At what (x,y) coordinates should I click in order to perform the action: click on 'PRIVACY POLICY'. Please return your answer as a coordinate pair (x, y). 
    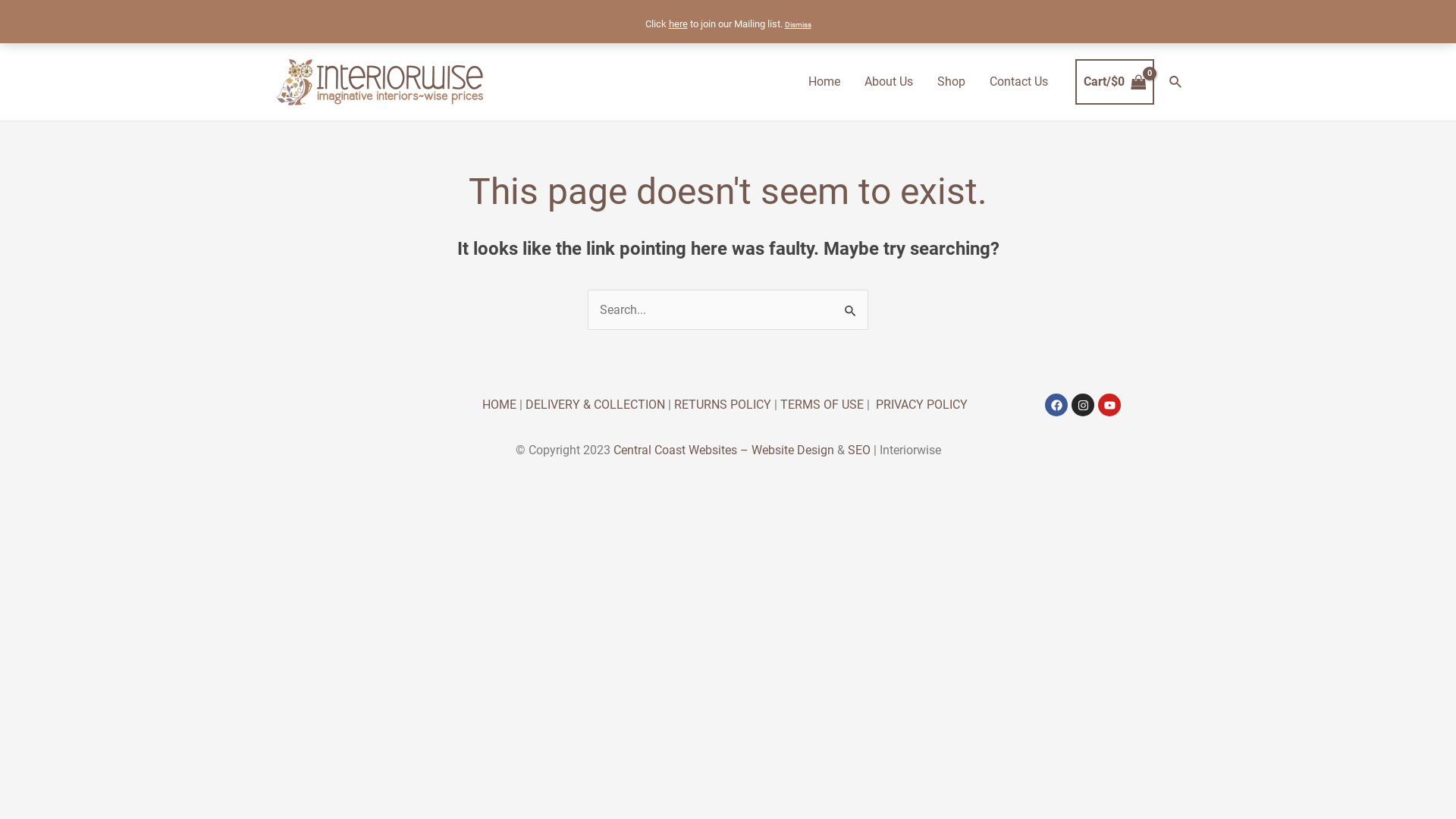
    Looking at the image, I should click on (876, 403).